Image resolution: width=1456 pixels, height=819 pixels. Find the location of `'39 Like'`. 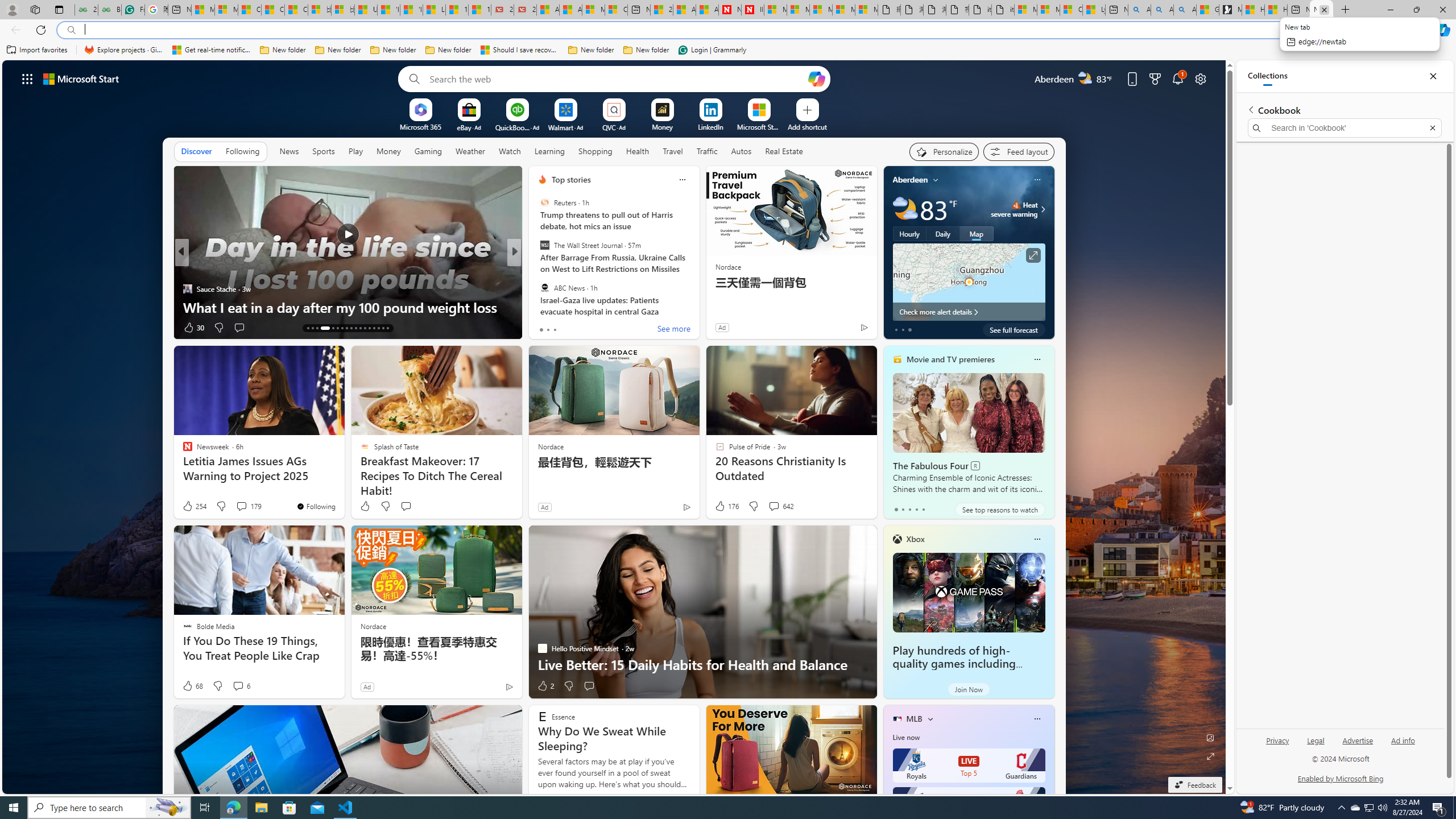

'39 Like' is located at coordinates (543, 327).